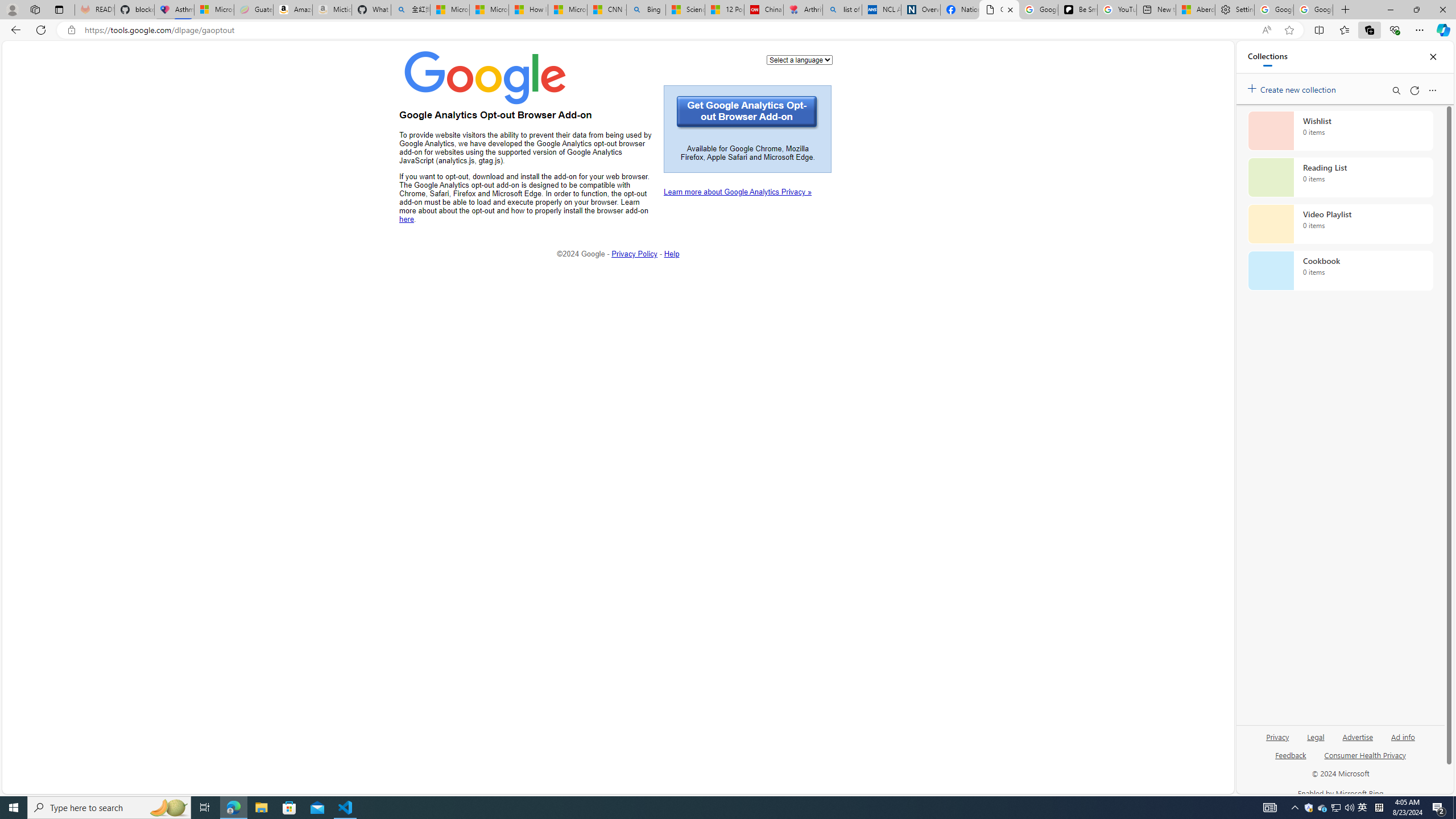 The width and height of the screenshot is (1456, 819). What do you see at coordinates (1314, 741) in the screenshot?
I see `'Legal'` at bounding box center [1314, 741].